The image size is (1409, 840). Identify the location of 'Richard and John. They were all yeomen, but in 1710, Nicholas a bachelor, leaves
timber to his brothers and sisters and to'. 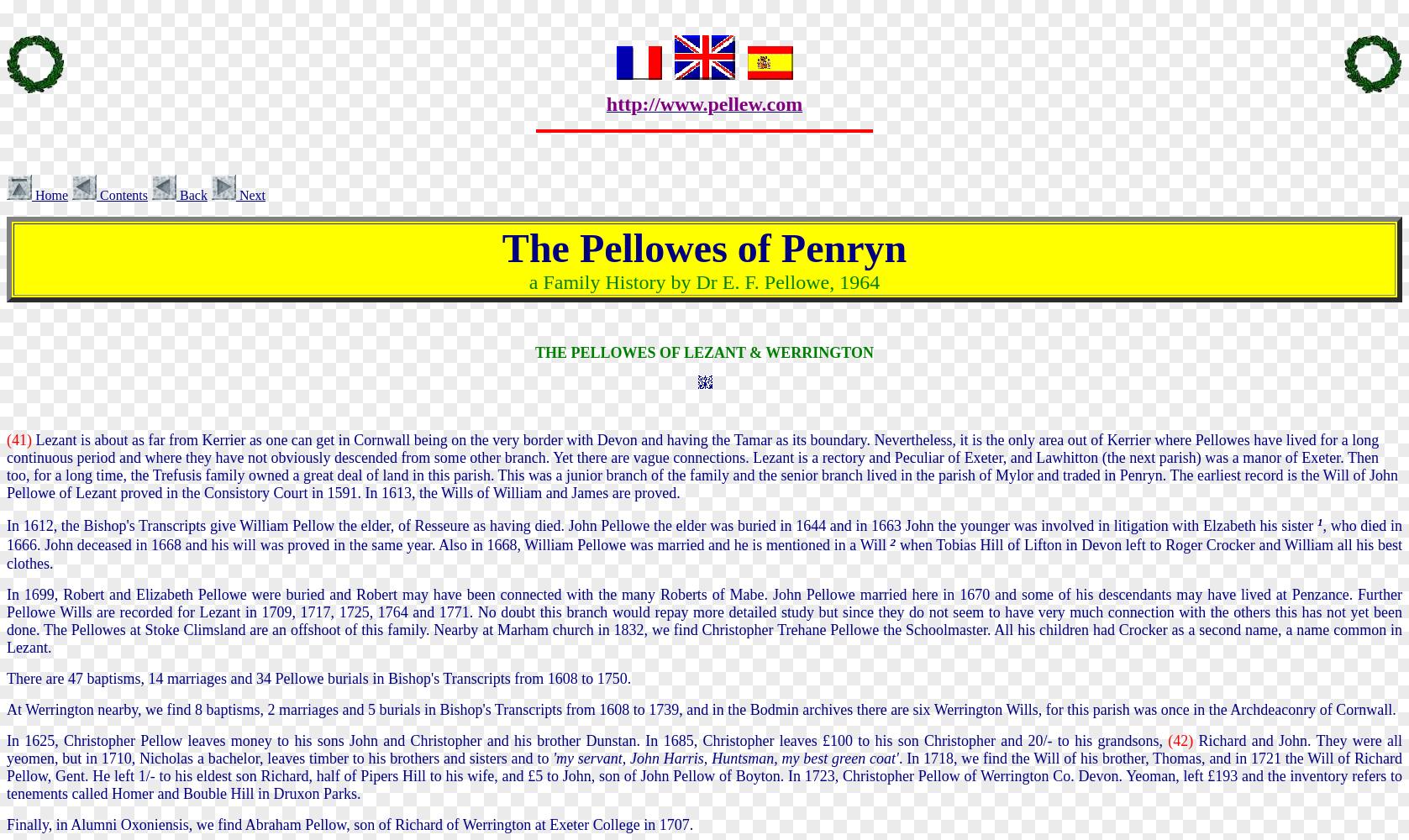
(703, 748).